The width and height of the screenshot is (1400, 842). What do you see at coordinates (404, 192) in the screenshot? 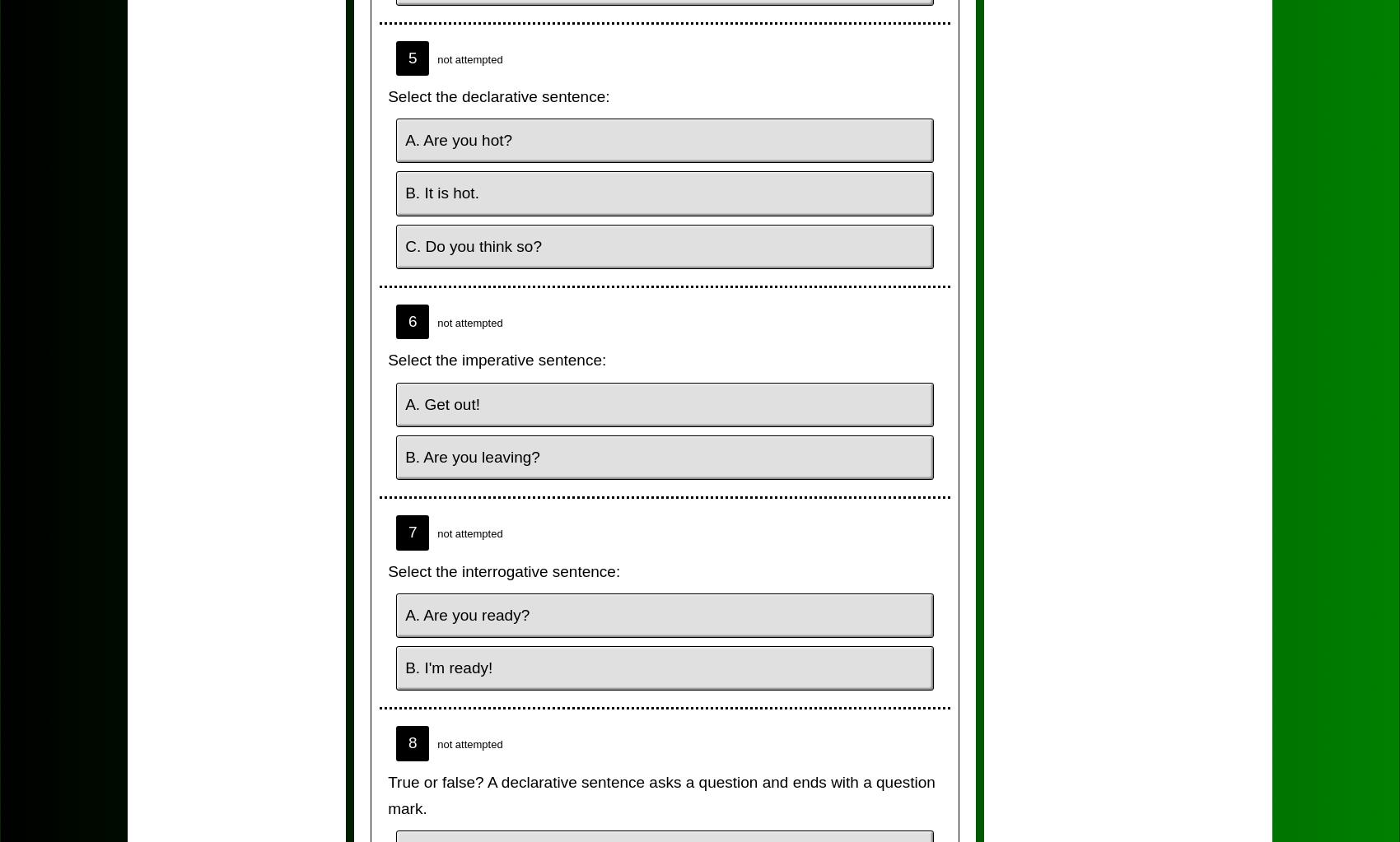
I see `'B. It is hot.'` at bounding box center [404, 192].